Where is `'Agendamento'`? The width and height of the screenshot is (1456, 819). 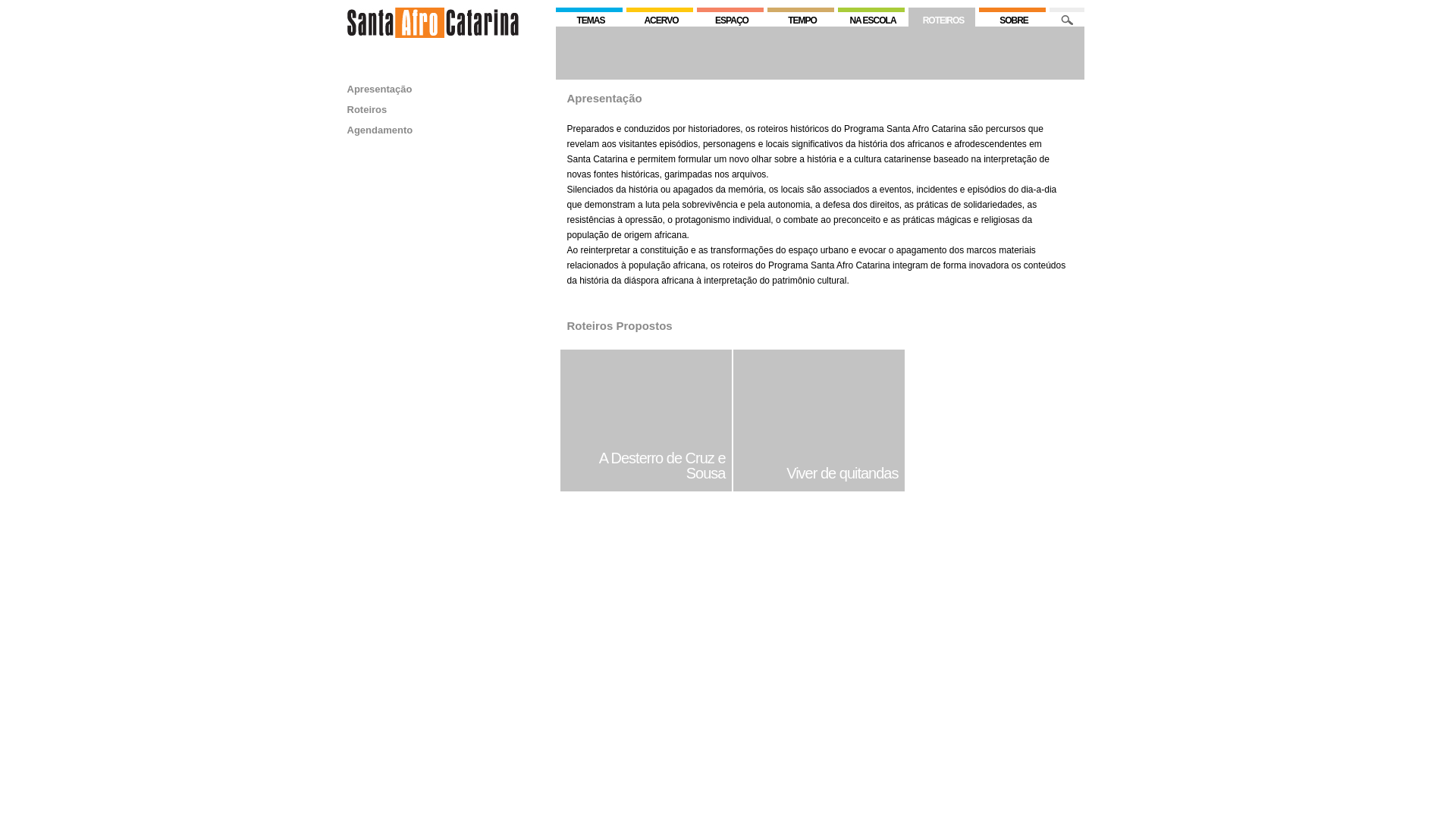 'Agendamento' is located at coordinates (380, 129).